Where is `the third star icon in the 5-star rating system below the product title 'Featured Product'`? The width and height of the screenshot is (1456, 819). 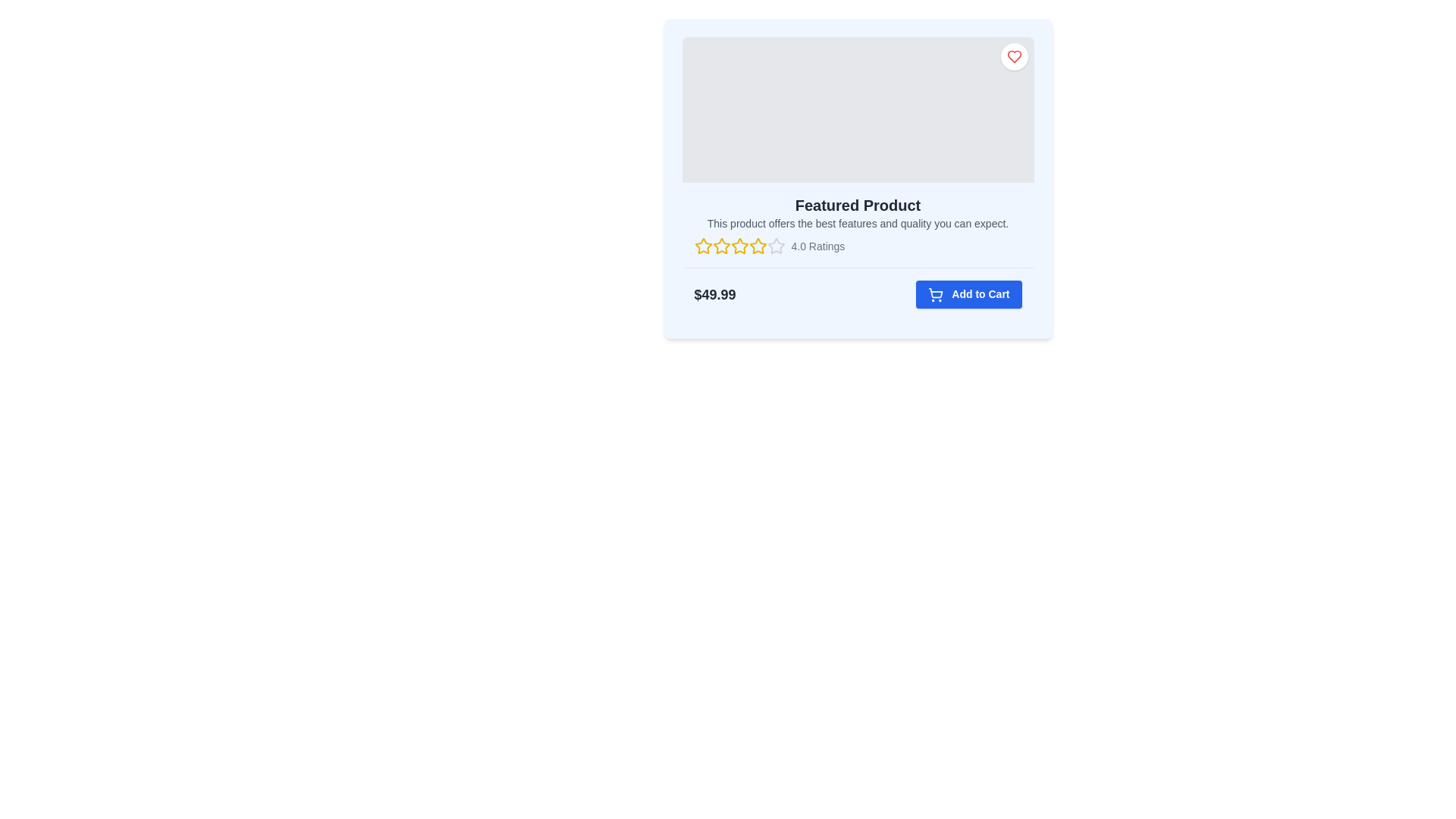
the third star icon in the 5-star rating system below the product title 'Featured Product' is located at coordinates (758, 245).